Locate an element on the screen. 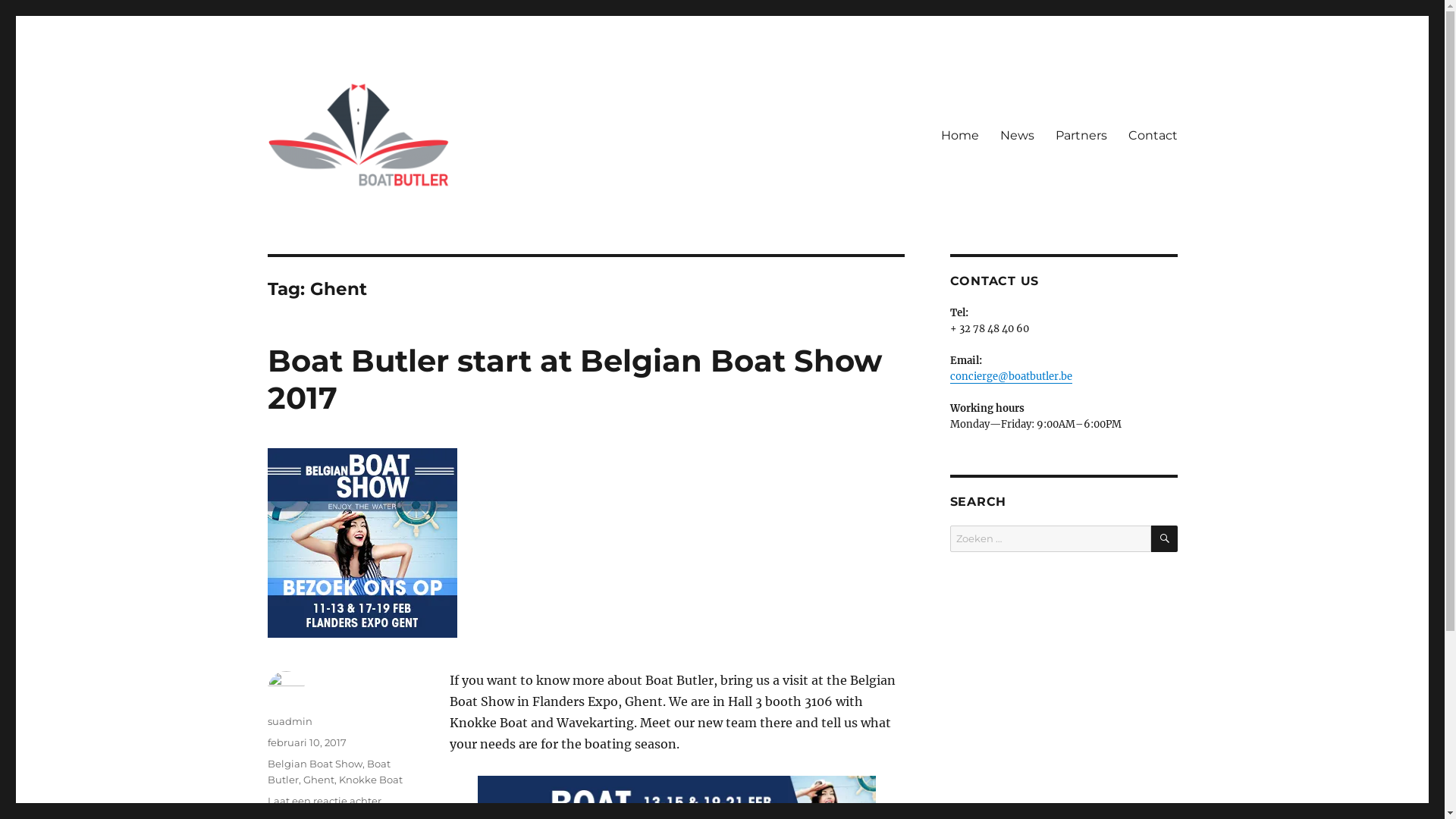 The image size is (1456, 819). 'Laat een reactie achter' is located at coordinates (323, 800).